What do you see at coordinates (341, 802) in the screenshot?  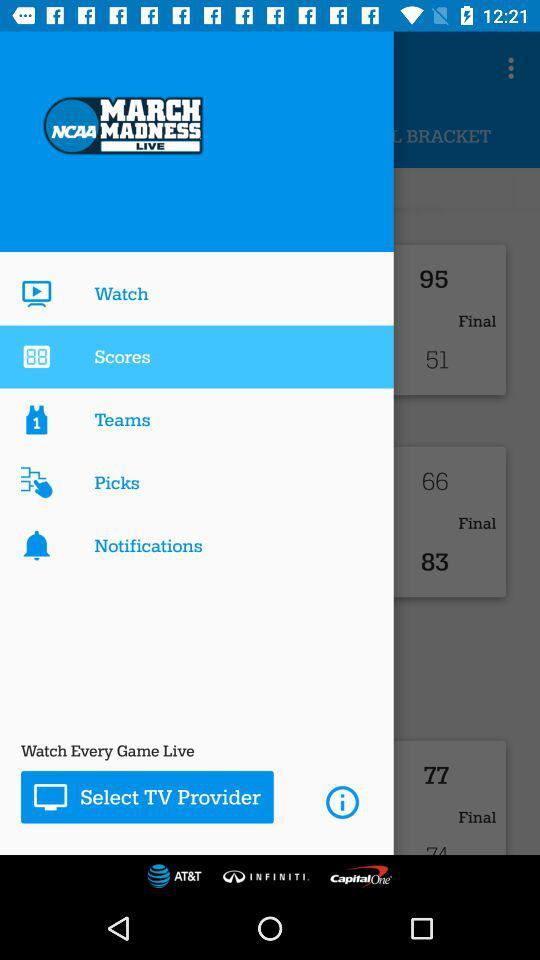 I see `the symbol which is to the immediate right of the select tv provider` at bounding box center [341, 802].